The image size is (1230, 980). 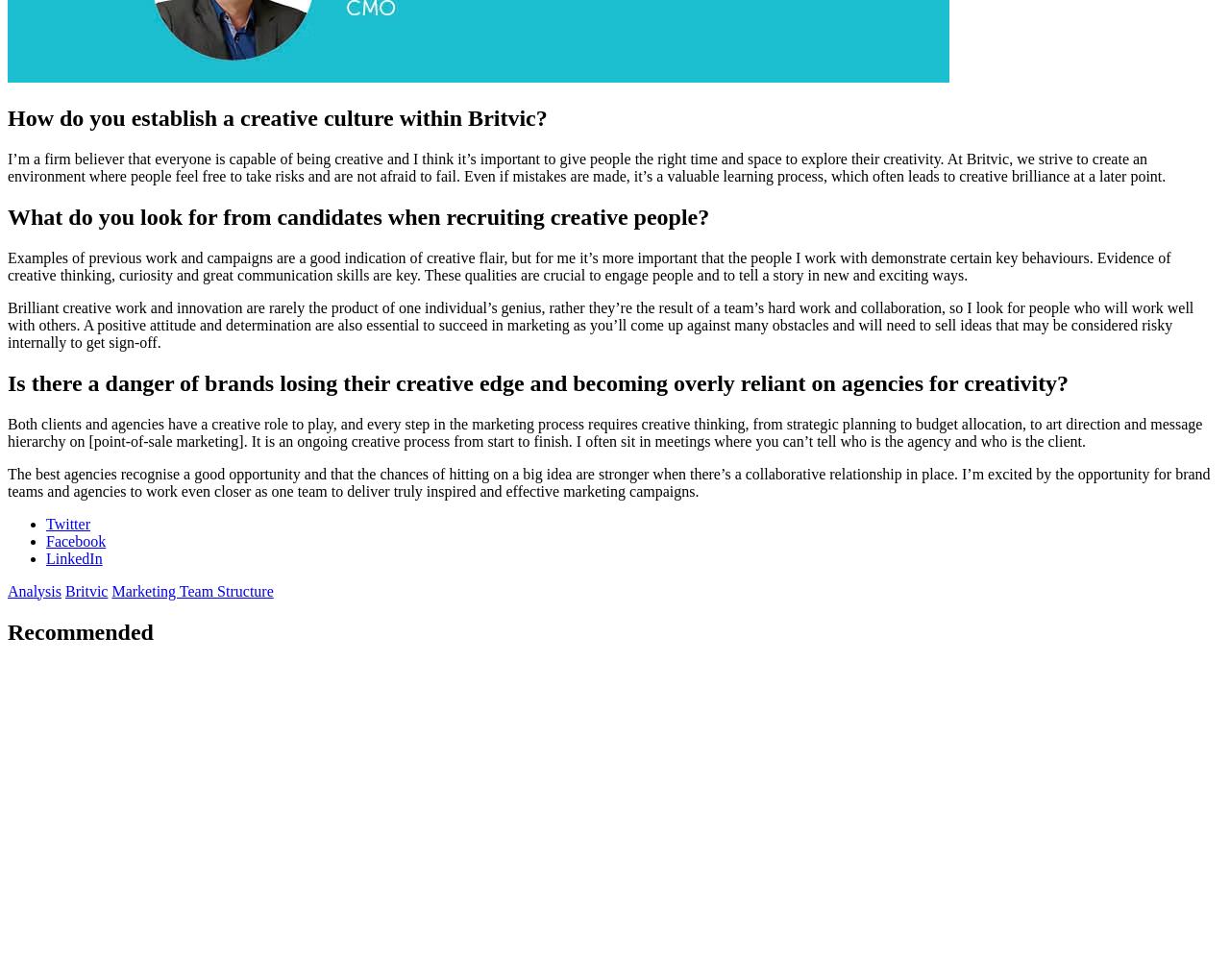 I want to click on 'What do you look for from candidates when recruiting creative people?', so click(x=357, y=216).